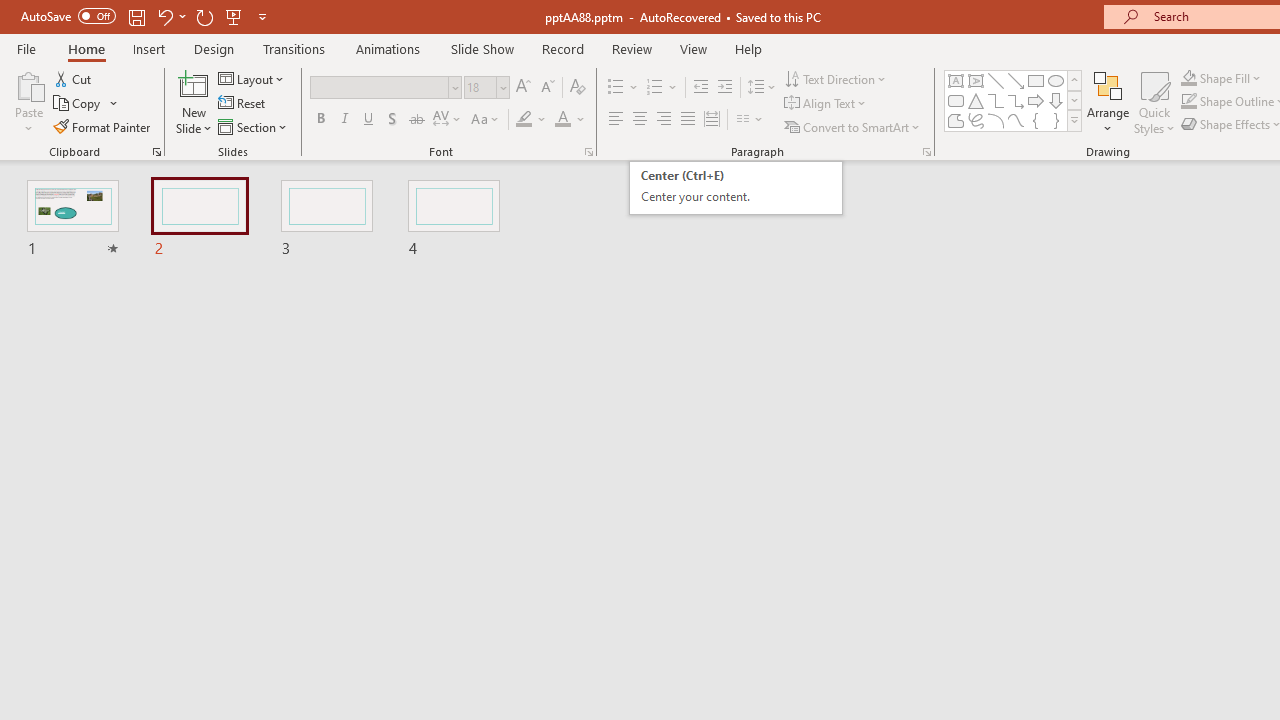 Image resolution: width=1280 pixels, height=720 pixels. What do you see at coordinates (28, 84) in the screenshot?
I see `'Paste'` at bounding box center [28, 84].